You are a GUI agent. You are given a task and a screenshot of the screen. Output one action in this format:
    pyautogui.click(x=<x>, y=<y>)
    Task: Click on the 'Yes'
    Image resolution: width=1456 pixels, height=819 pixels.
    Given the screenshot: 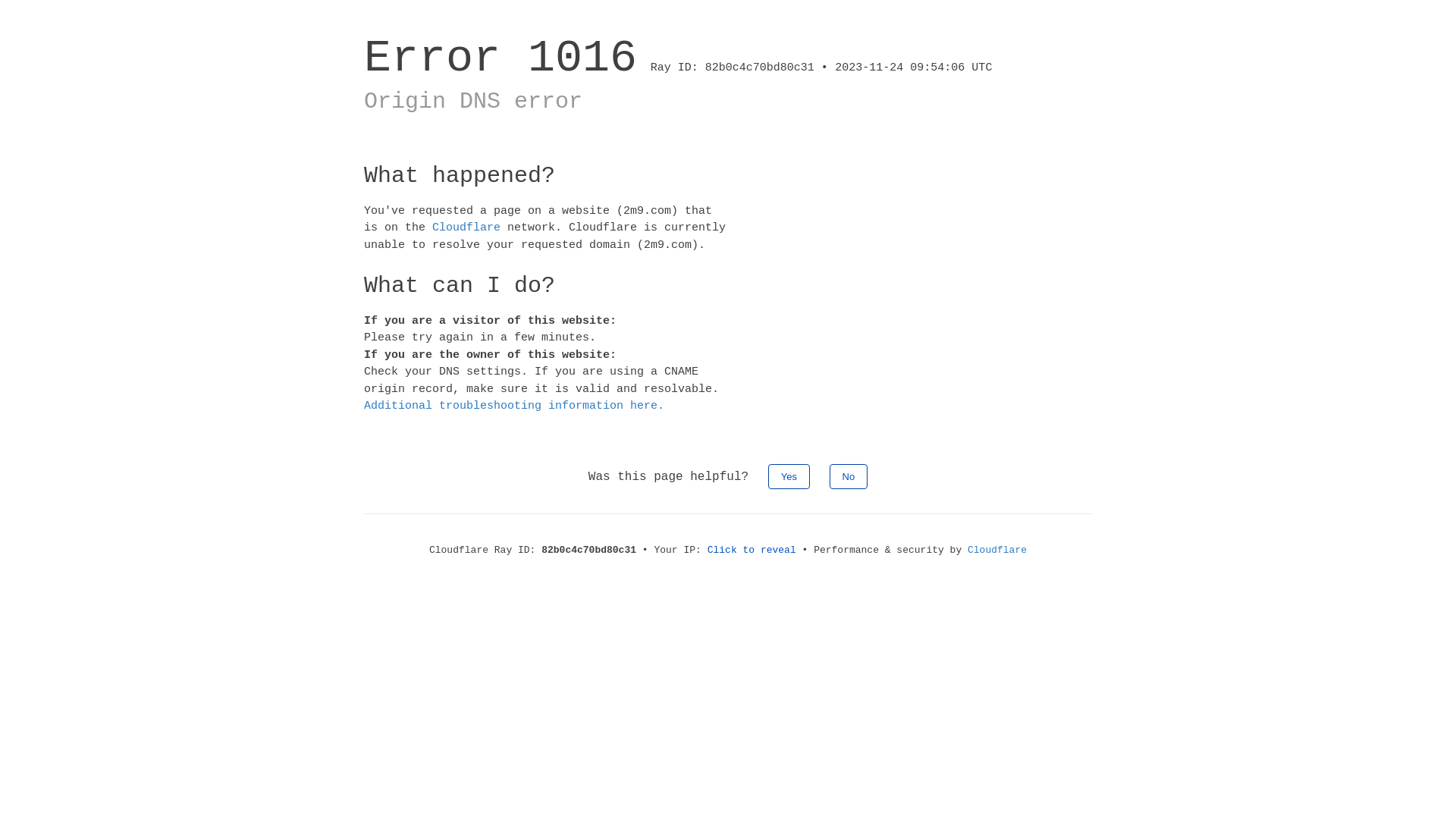 What is the action you would take?
    pyautogui.click(x=789, y=475)
    